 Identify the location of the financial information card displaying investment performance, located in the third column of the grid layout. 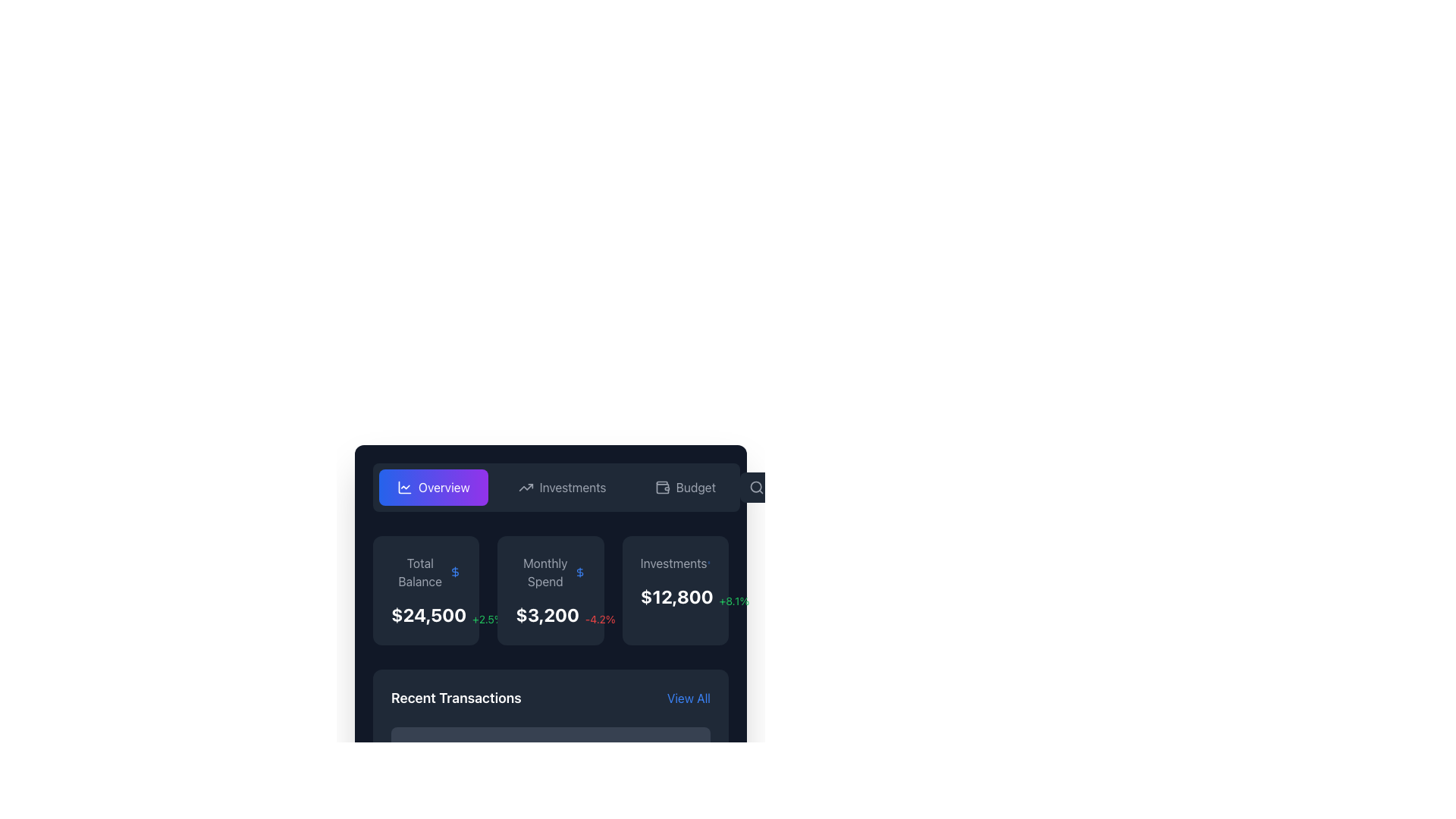
(674, 590).